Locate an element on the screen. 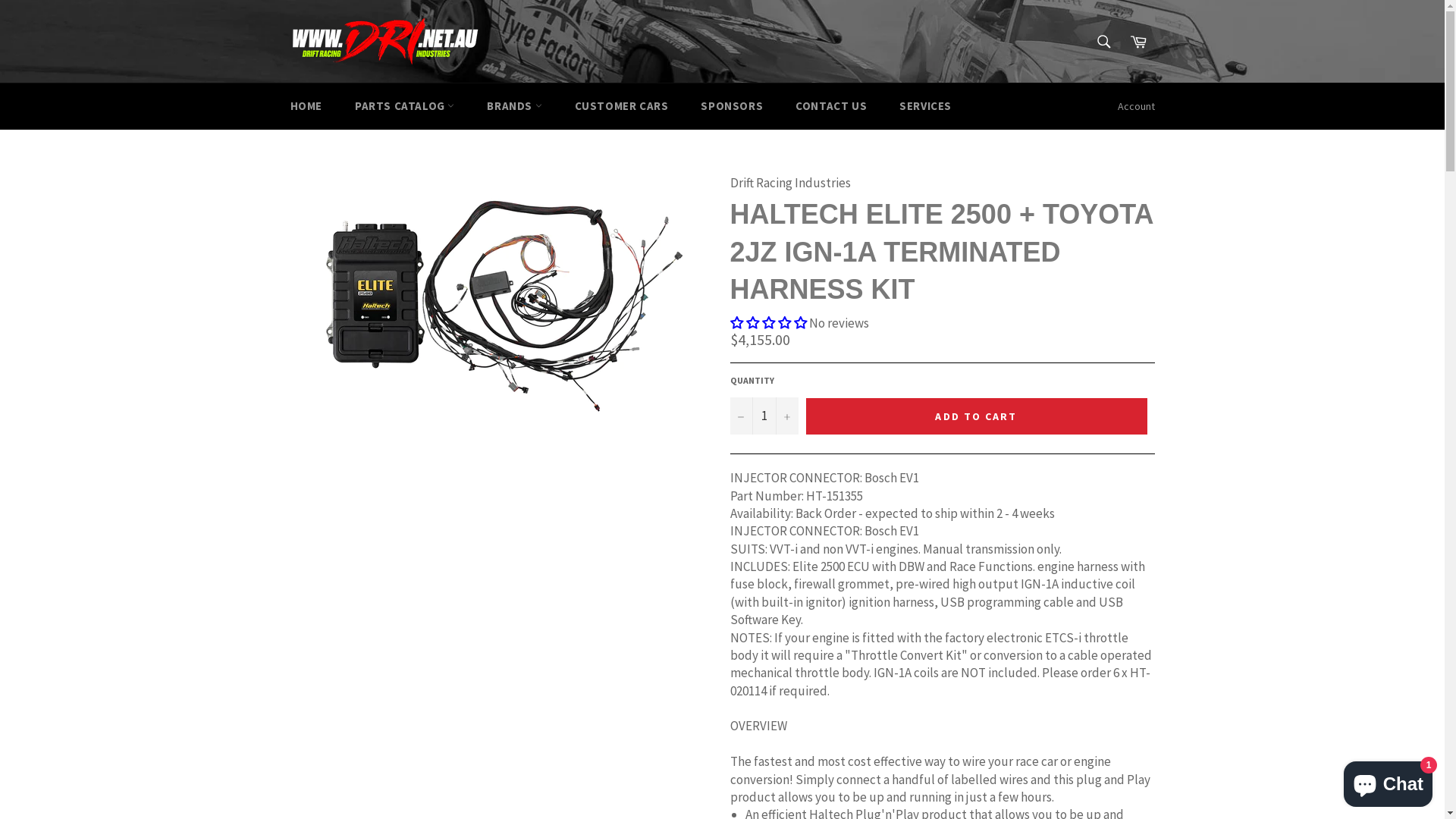 Image resolution: width=1456 pixels, height=819 pixels. 'CUSTOMER CARS' is located at coordinates (622, 105).